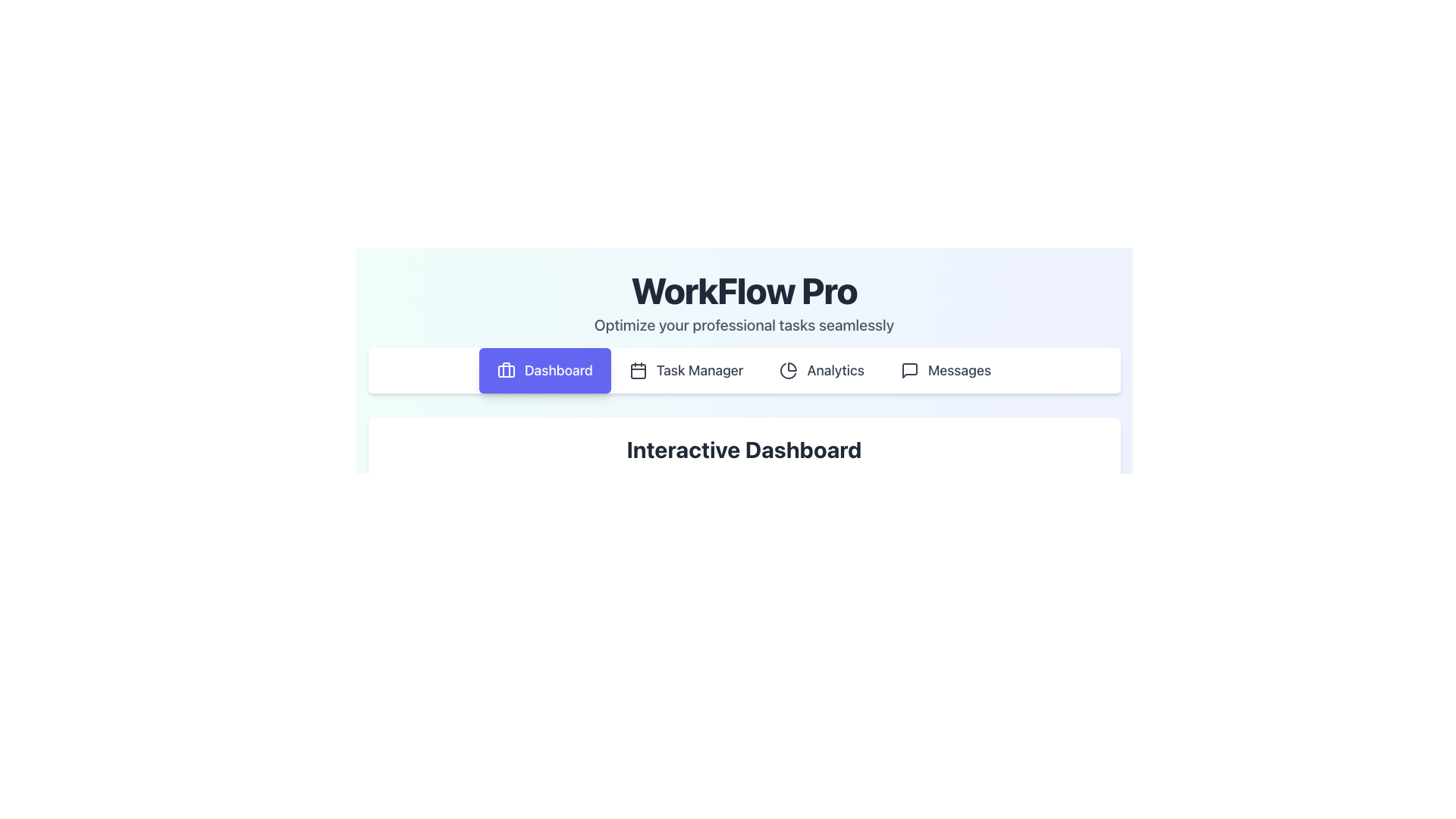 The image size is (1456, 819). Describe the element at coordinates (744, 371) in the screenshot. I see `the Navigation bar located below the 'WorkFlow Pro' title and above the 'Interactive Dashboard' section to trigger the hover state effect on the buttons` at that location.